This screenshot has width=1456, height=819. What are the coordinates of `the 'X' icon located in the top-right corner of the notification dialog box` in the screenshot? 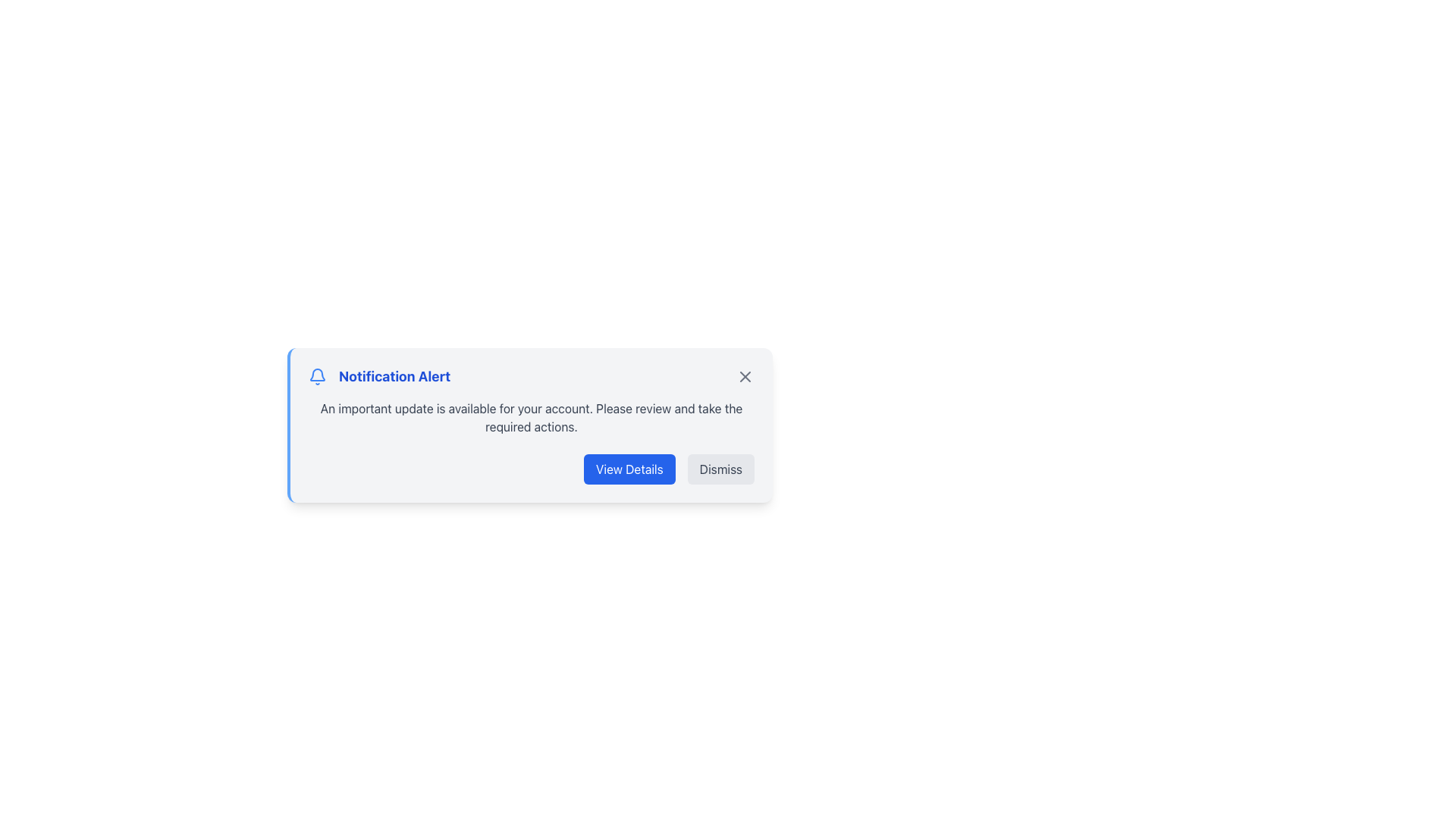 It's located at (745, 376).